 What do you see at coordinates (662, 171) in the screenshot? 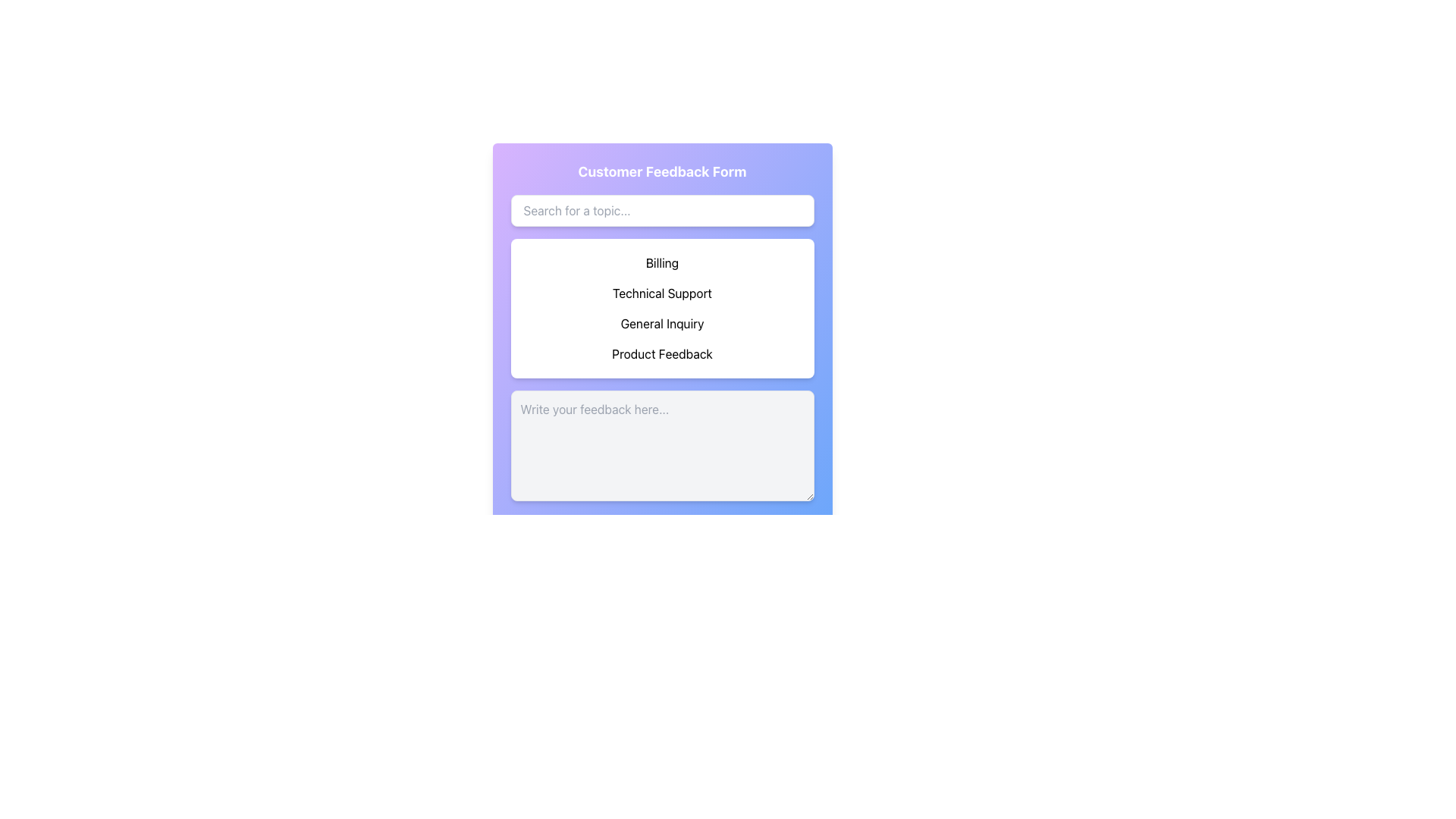
I see `the header text element that displays 'Customer Feedback Form', which is styled in bold and center-aligned on a gradient background` at bounding box center [662, 171].